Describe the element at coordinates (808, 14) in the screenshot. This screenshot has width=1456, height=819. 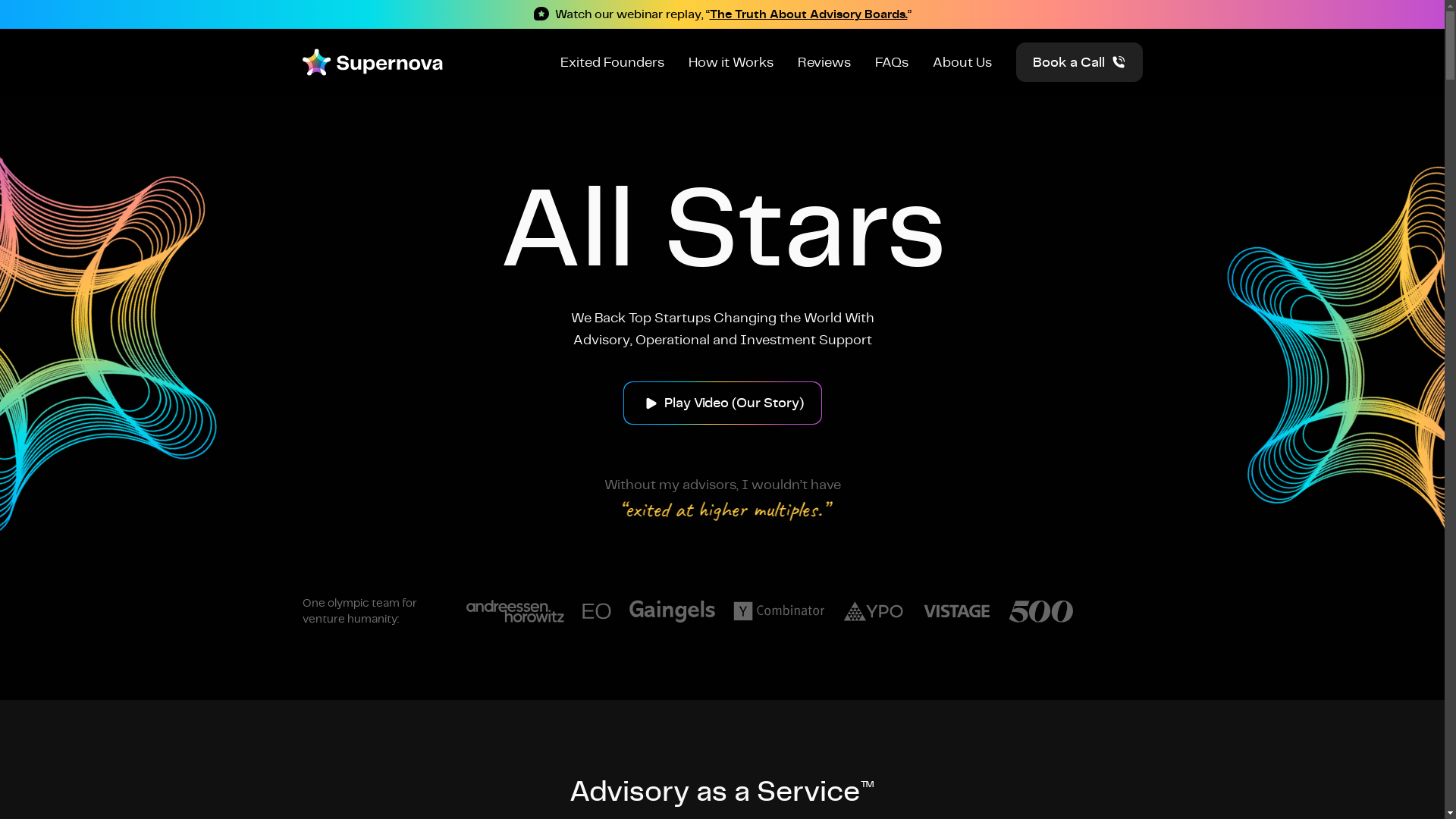
I see `'The Truth About Advisory Boards.'` at that location.